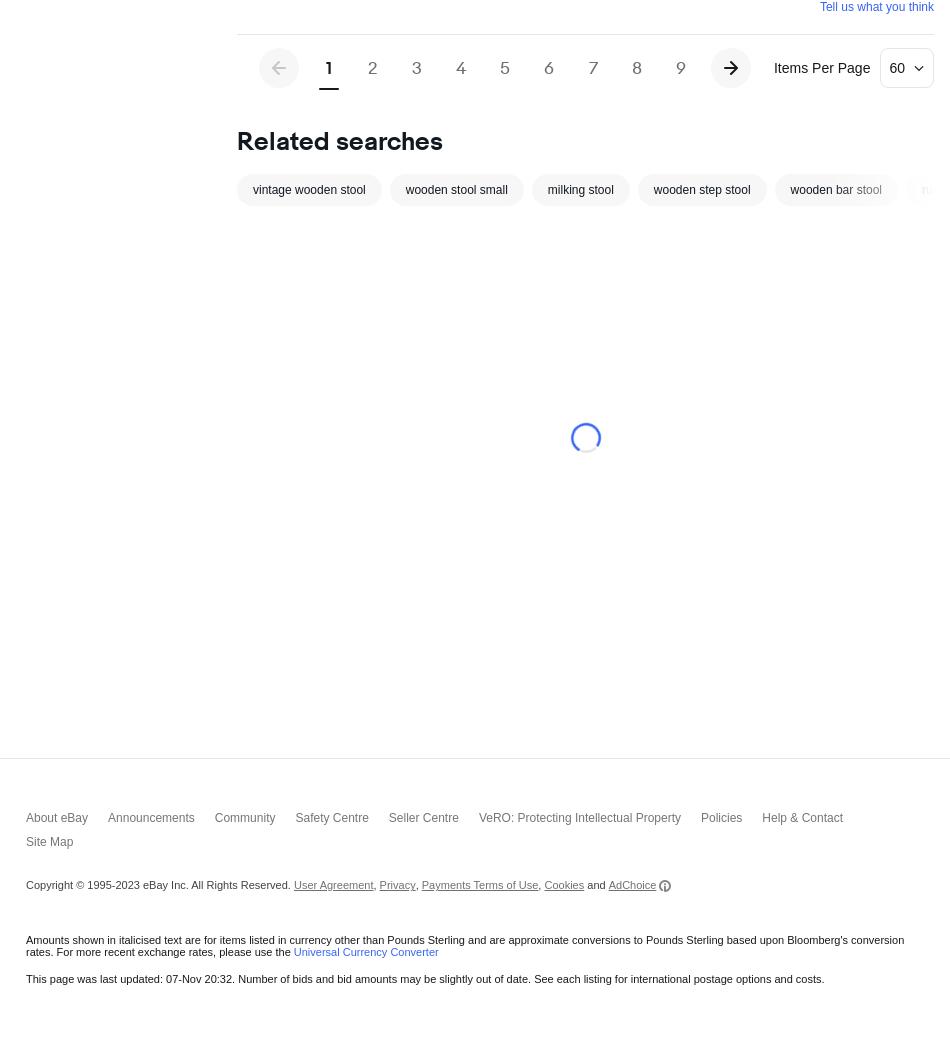 This screenshot has width=950, height=1050. Describe the element at coordinates (26, 538) in the screenshot. I see `'Amounts shown in italicised text are for items listed in currency other than Pounds Sterling and are approximate conversions to Pounds Sterling based upon Bloomberg's conversion rates. For more recent exchange rates, please use the'` at that location.